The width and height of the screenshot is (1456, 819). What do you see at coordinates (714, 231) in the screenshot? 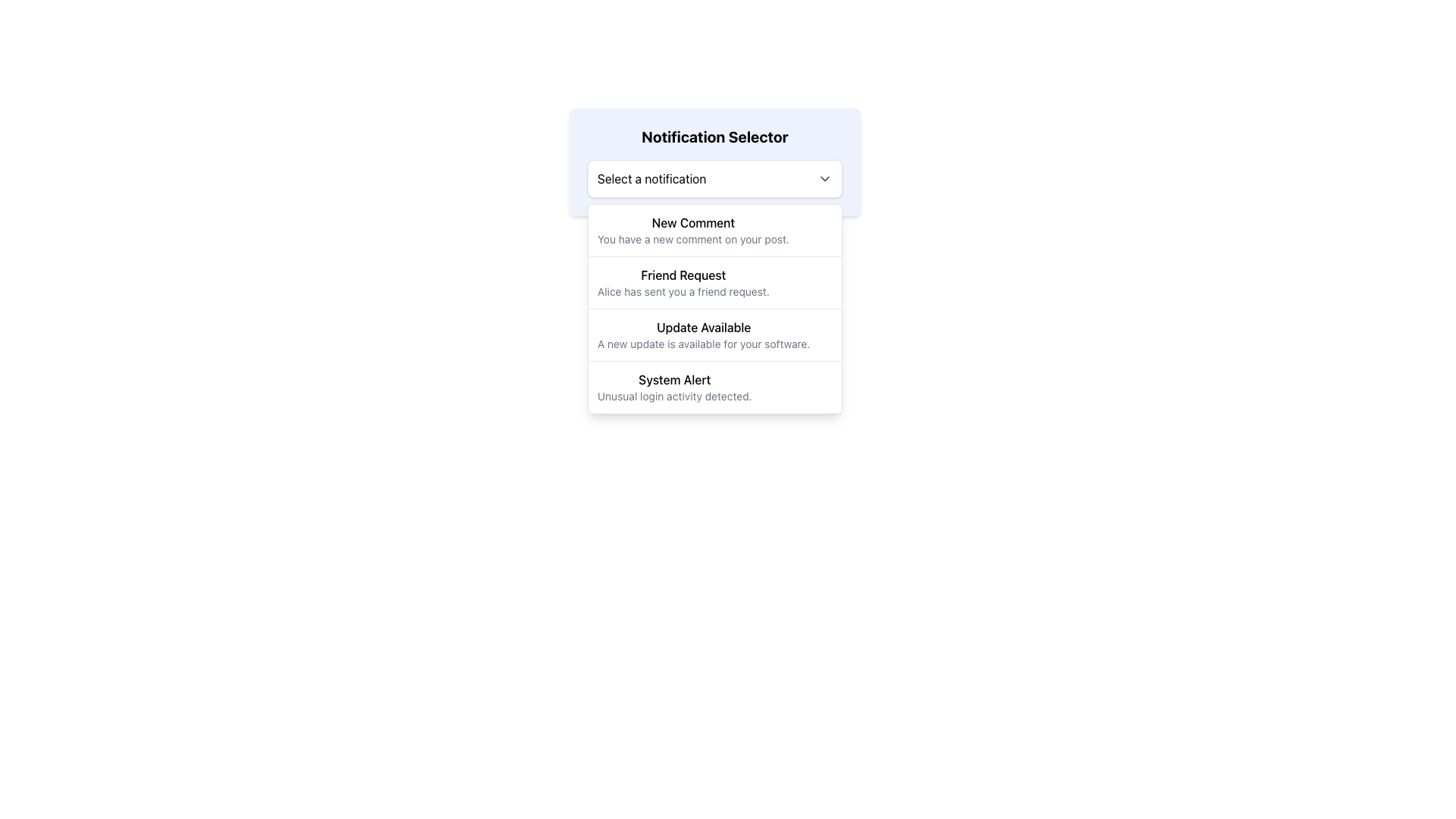
I see `the first notification item titled 'New Comment' for keyboard navigation` at bounding box center [714, 231].